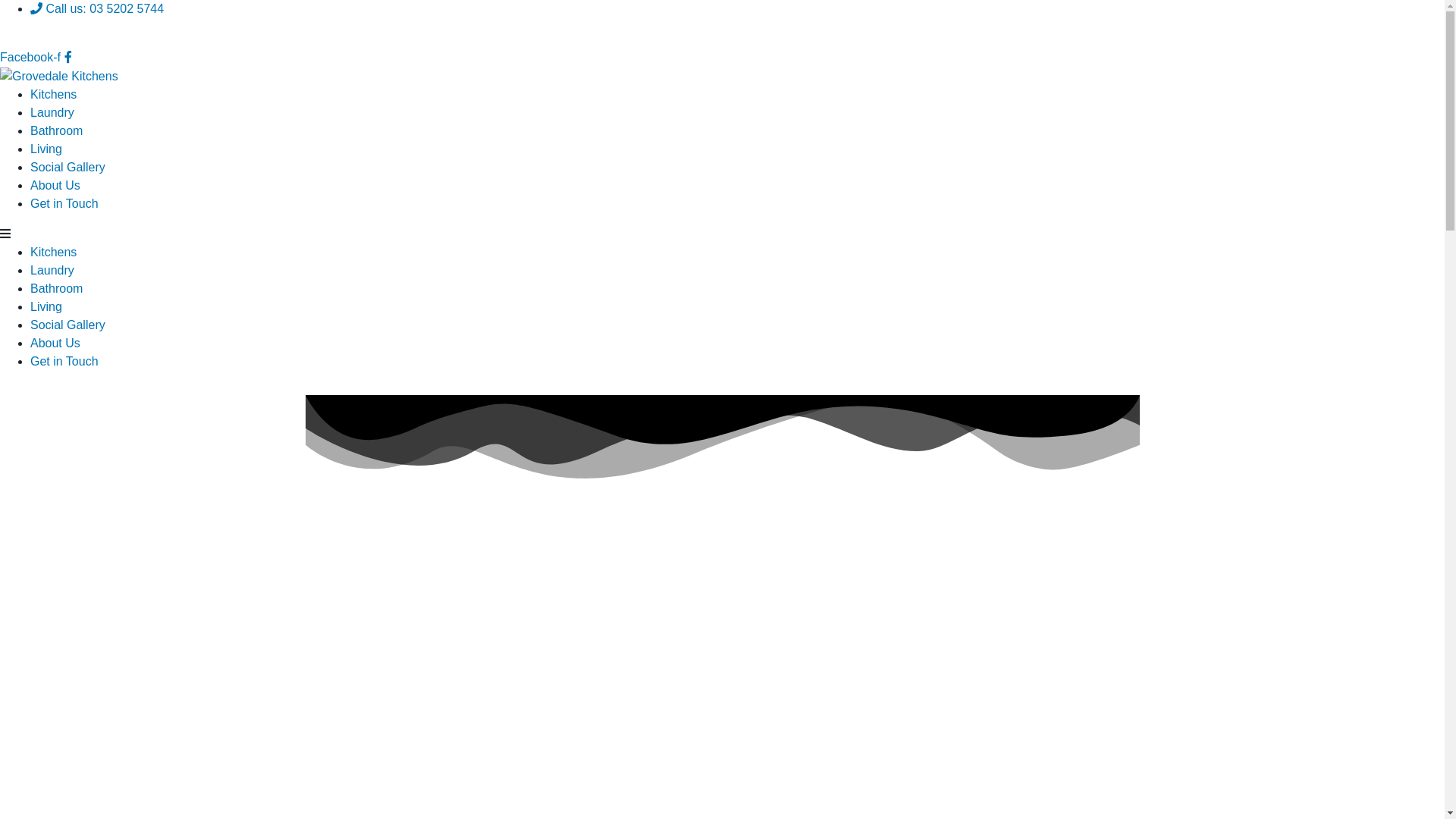  What do you see at coordinates (30, 111) in the screenshot?
I see `'Laundry'` at bounding box center [30, 111].